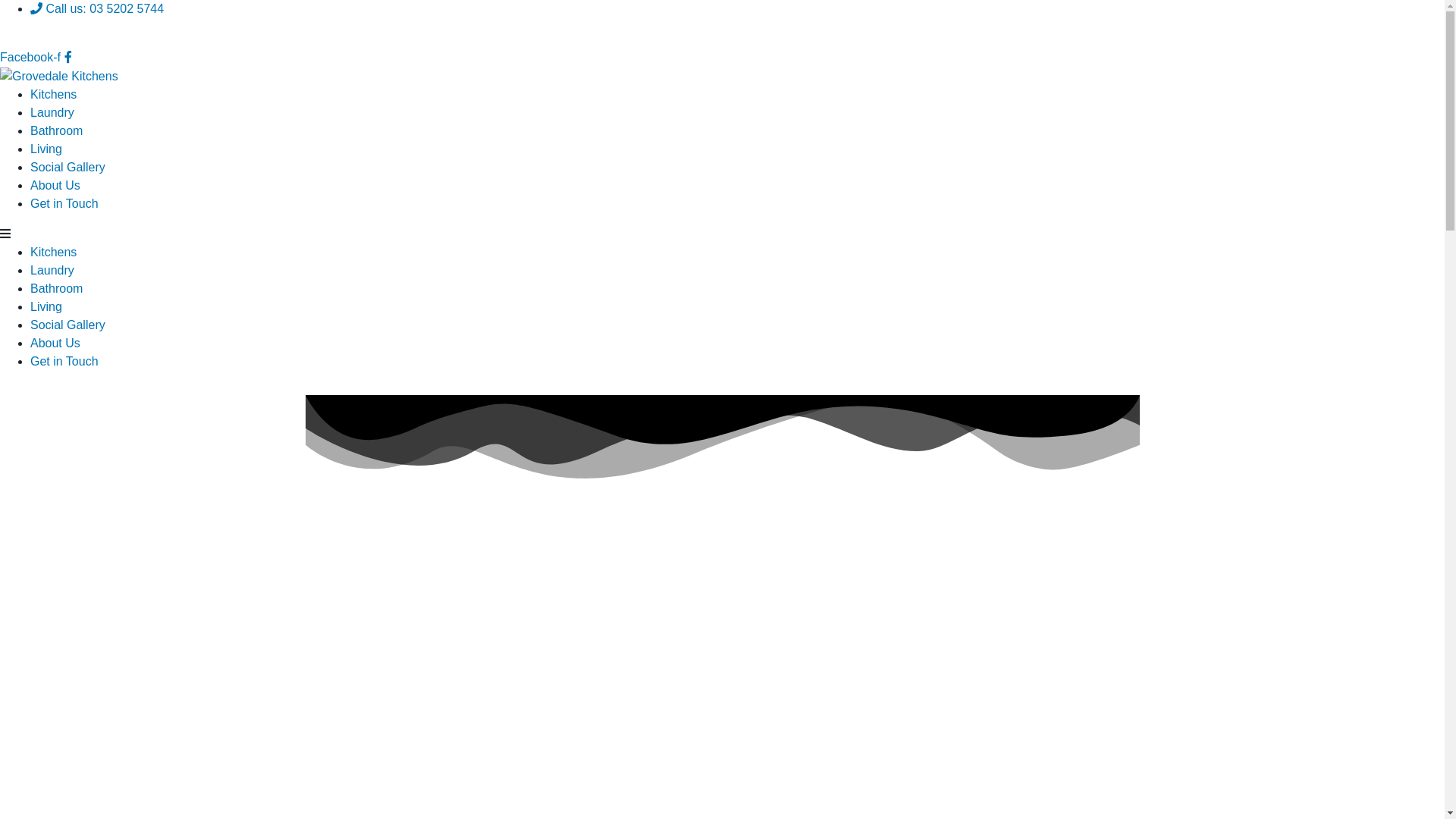  What do you see at coordinates (30, 111) in the screenshot?
I see `'Laundry'` at bounding box center [30, 111].